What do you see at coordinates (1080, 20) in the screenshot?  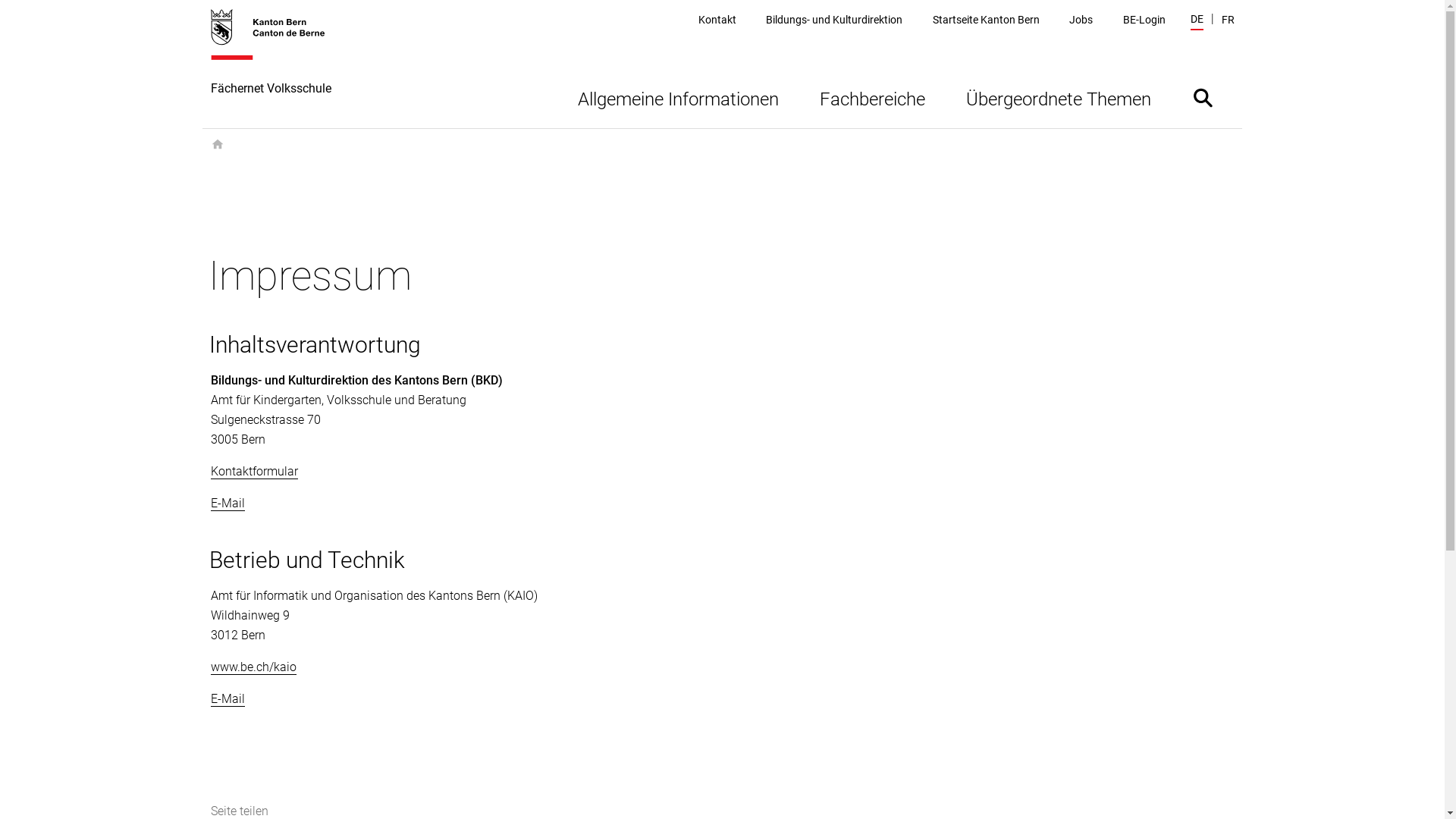 I see `'Jobs'` at bounding box center [1080, 20].